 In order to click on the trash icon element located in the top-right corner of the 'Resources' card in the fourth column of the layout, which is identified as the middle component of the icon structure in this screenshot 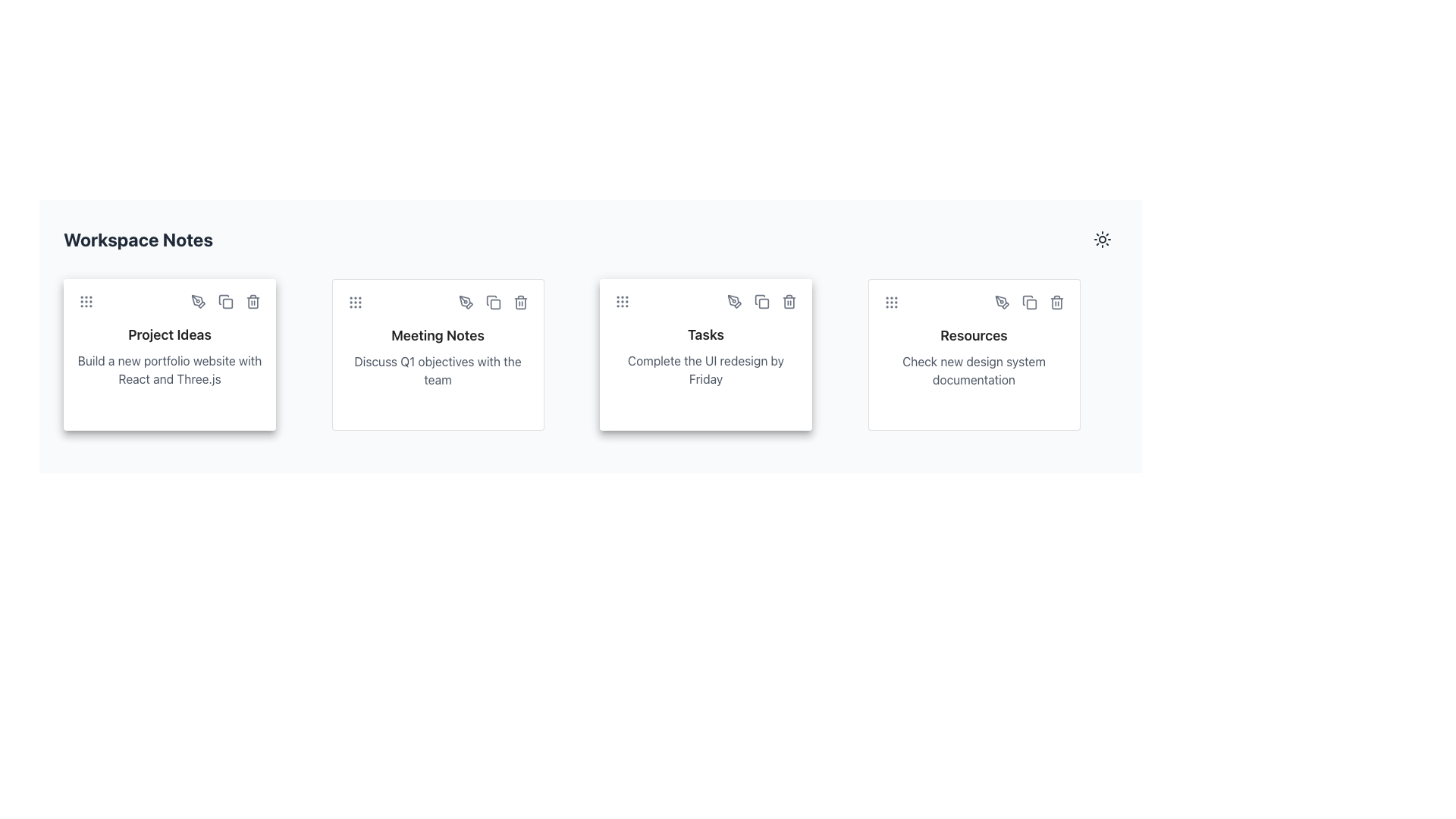, I will do `click(1056, 303)`.